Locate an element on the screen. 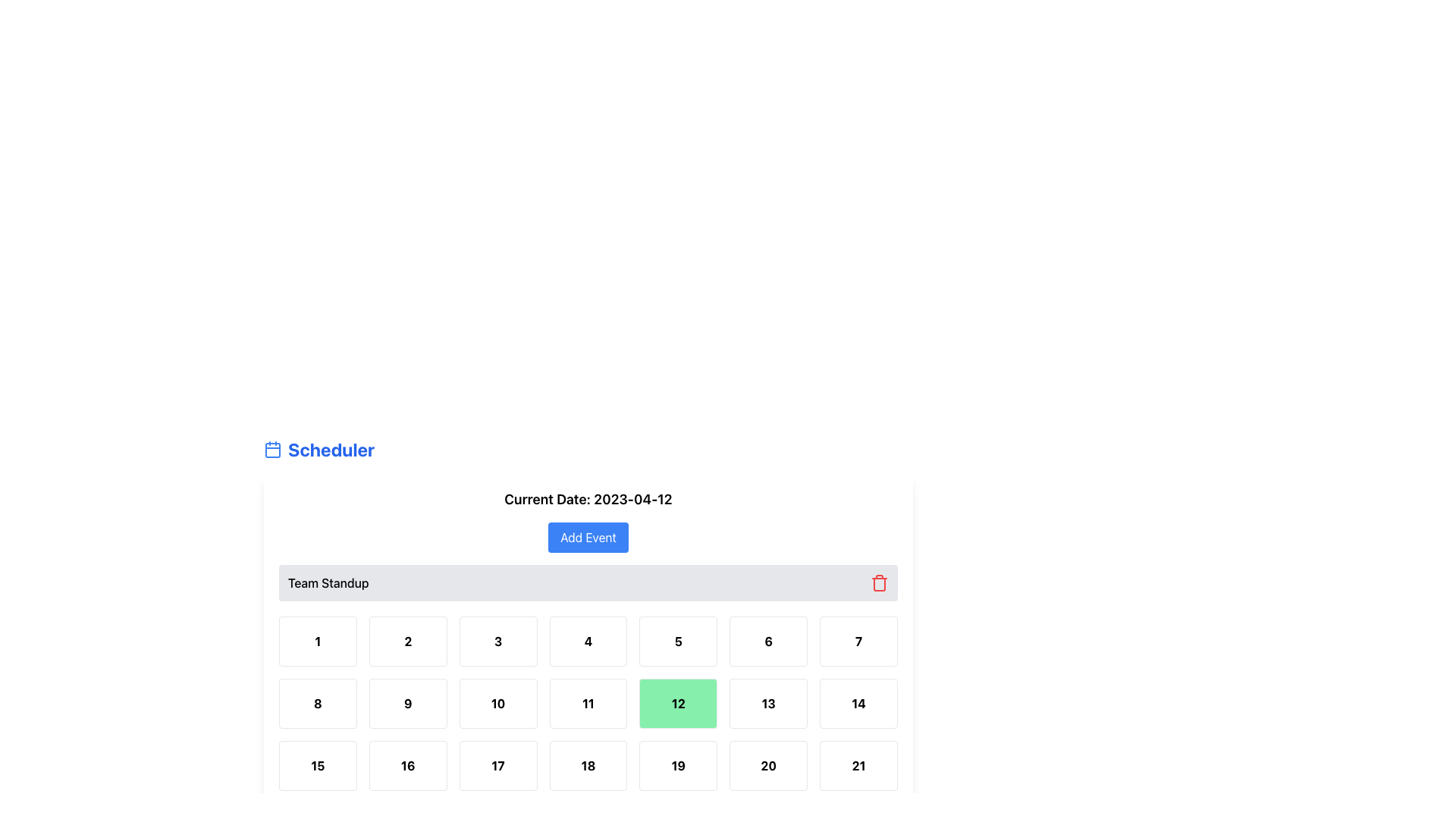 The image size is (1456, 819). the fourth cell in the third row of the scheduler grid is located at coordinates (588, 766).